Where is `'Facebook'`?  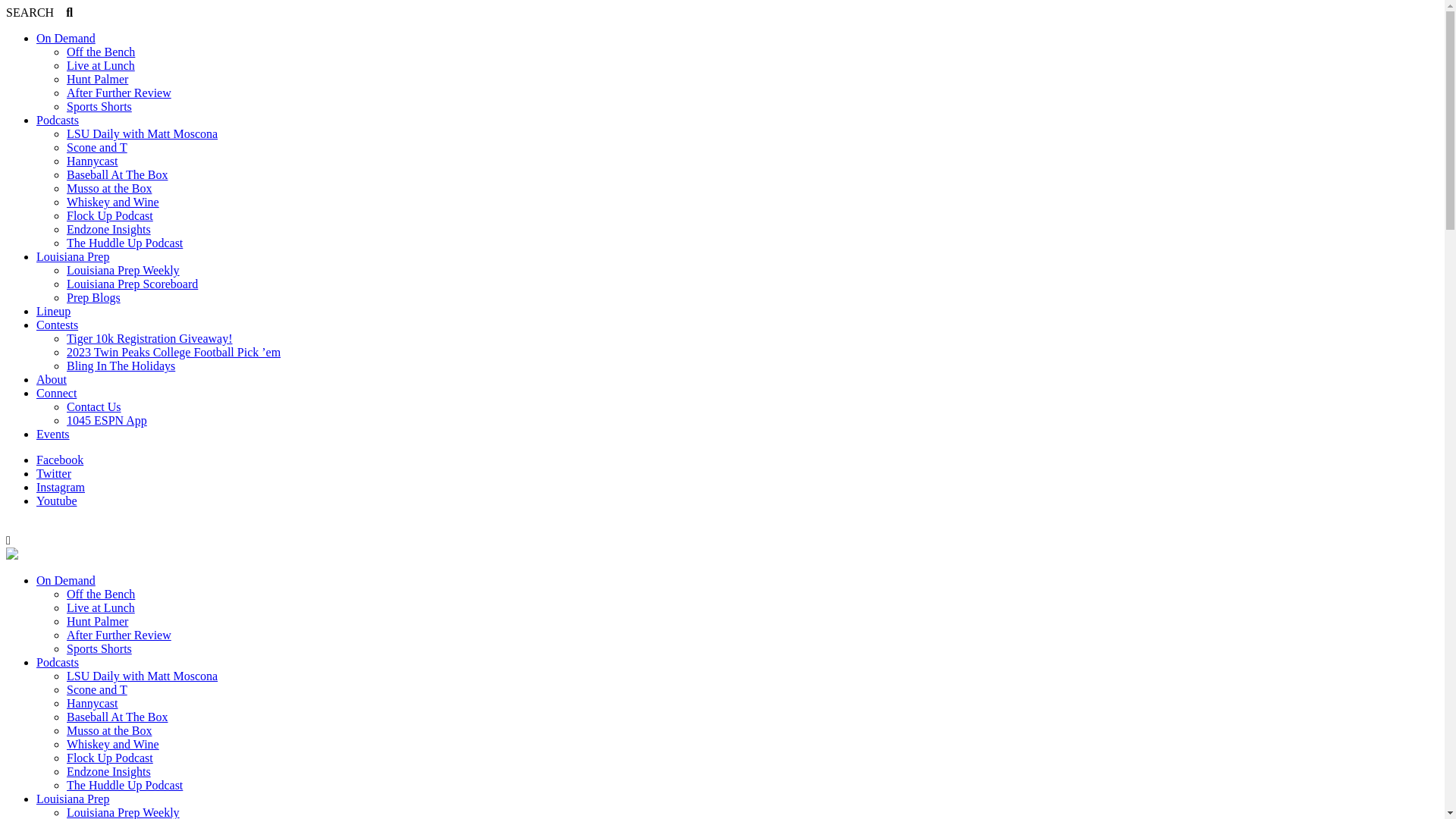 'Facebook' is located at coordinates (59, 459).